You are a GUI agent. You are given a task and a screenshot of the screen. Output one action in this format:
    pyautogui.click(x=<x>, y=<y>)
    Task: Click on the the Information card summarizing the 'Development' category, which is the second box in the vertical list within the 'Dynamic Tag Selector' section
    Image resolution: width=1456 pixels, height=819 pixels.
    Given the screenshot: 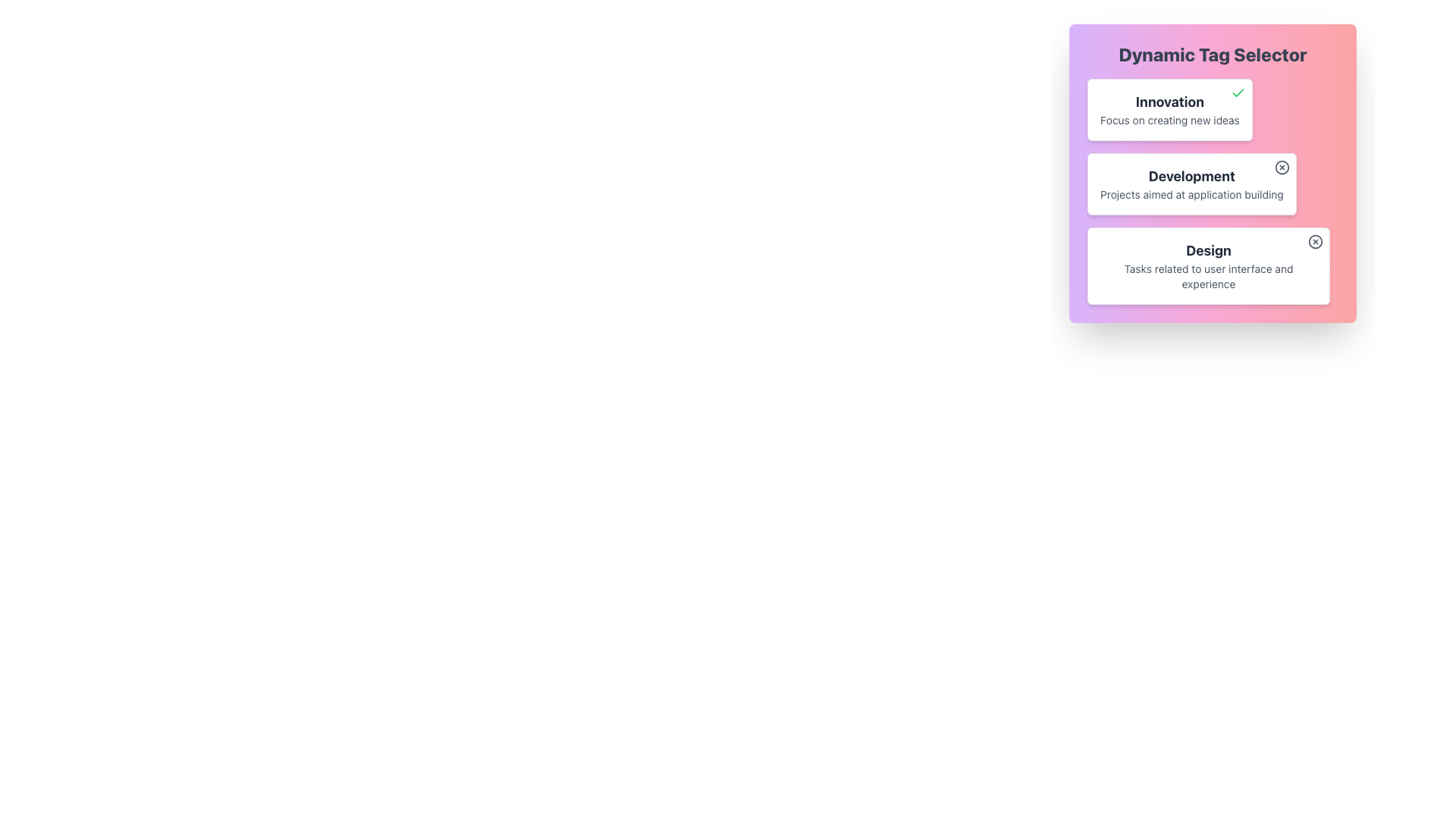 What is the action you would take?
    pyautogui.click(x=1212, y=191)
    